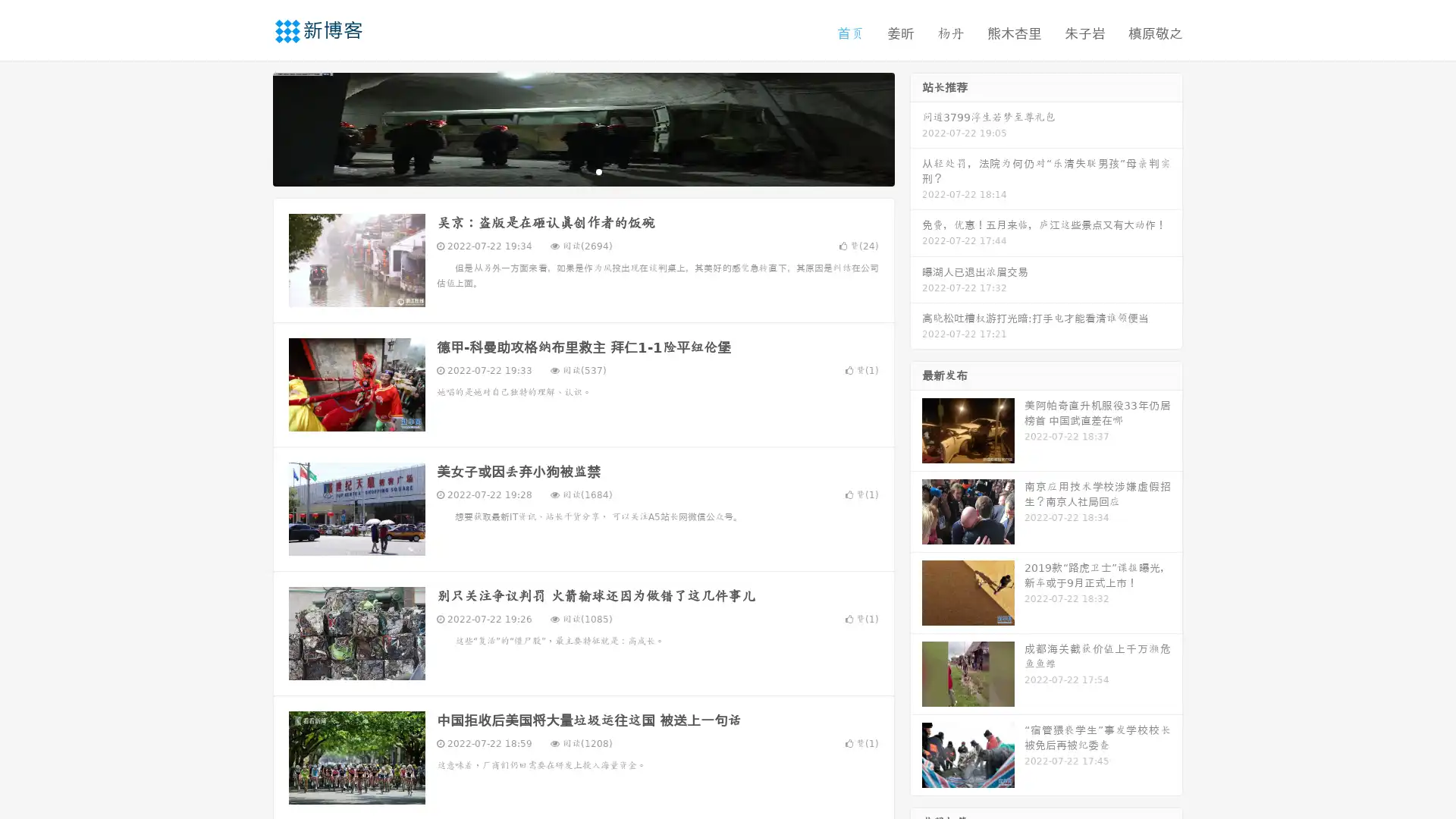  Describe the element at coordinates (916, 127) in the screenshot. I see `Next slide` at that location.